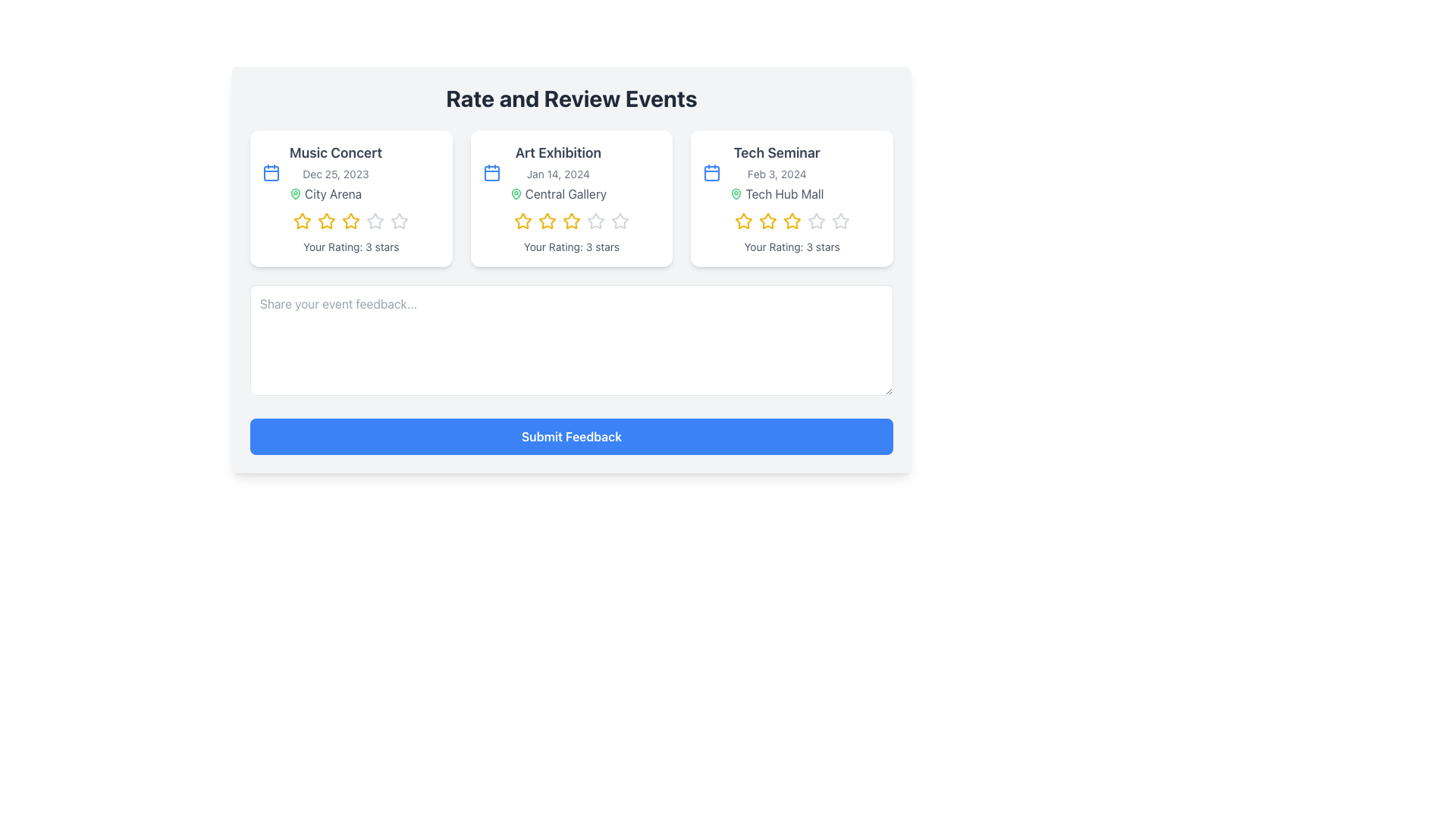  I want to click on the text label with an icon that provides information about the location of an event under the header 'Tech Seminar' and date 'Feb 3, 2024', located in the rightmost card of three horizontally aligned cards, so click(777, 193).